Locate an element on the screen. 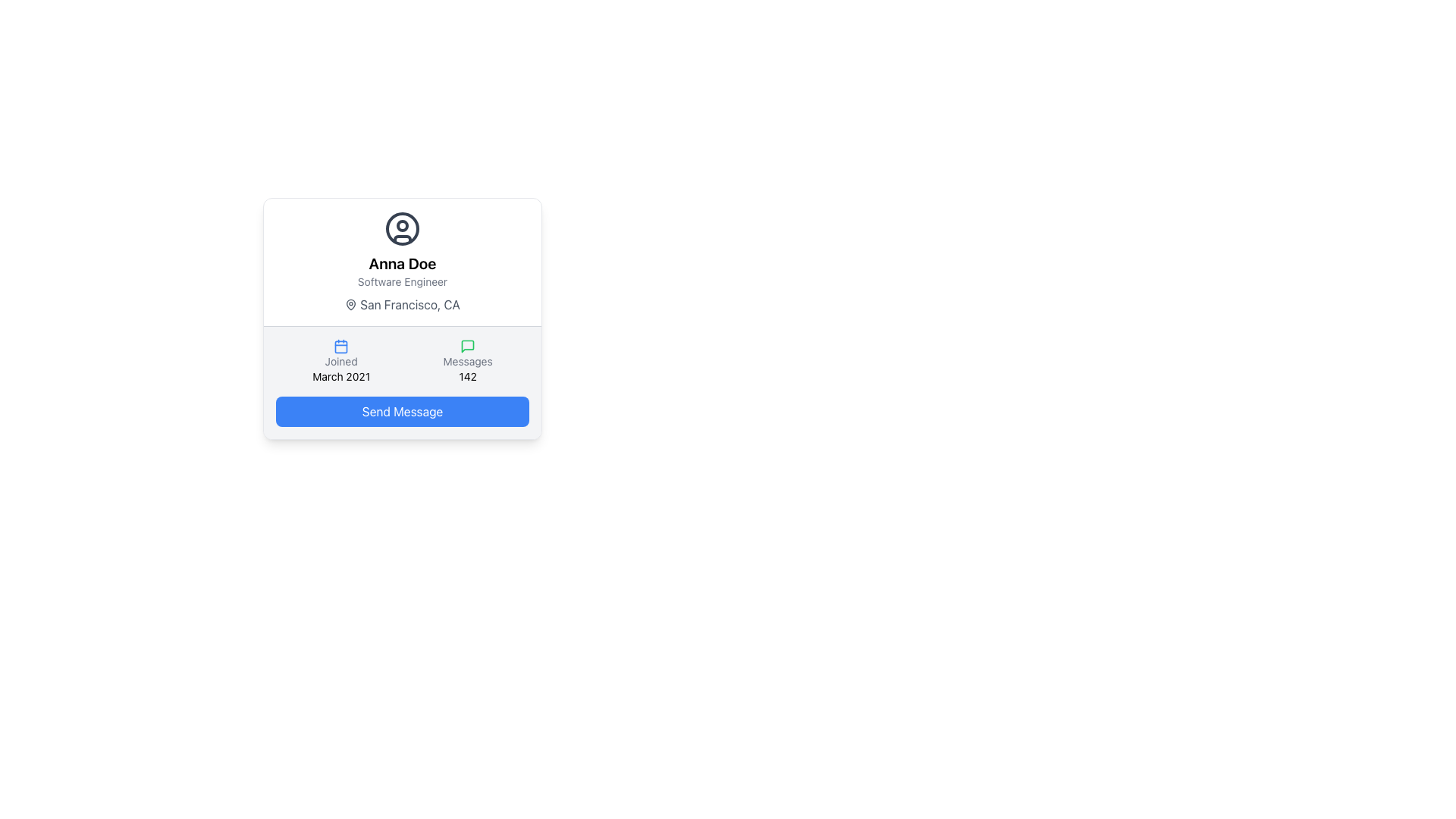  the map pin symbol vector graphic element located in the user profile card near the text 'San Francisco, CA.' is located at coordinates (350, 304).